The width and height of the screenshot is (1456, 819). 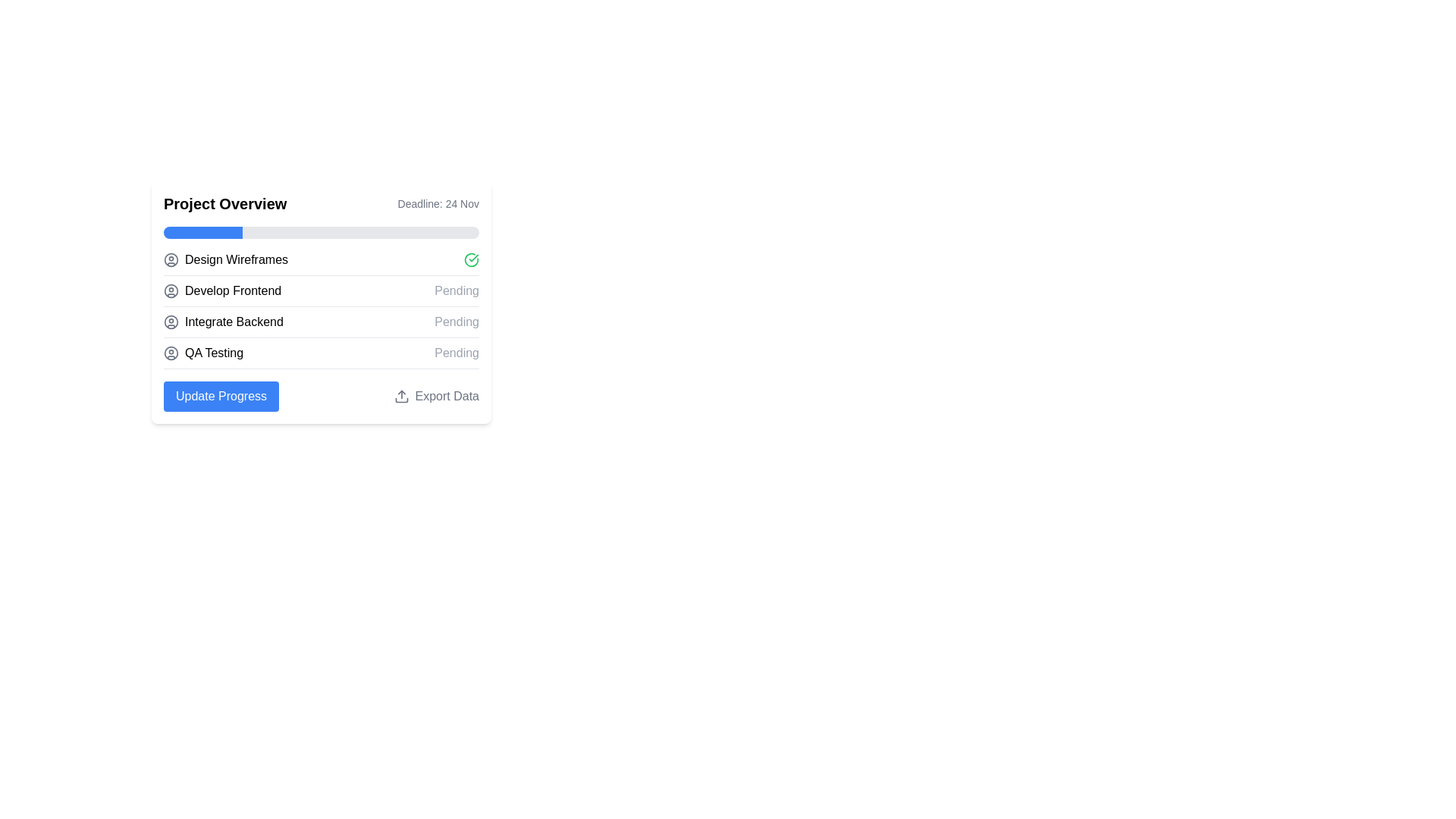 What do you see at coordinates (222, 321) in the screenshot?
I see `the text label reading 'Integrate Backend', which is the third item in a vertical list of tasks, positioned between 'Develop Frontend' and 'QA Testing'` at bounding box center [222, 321].